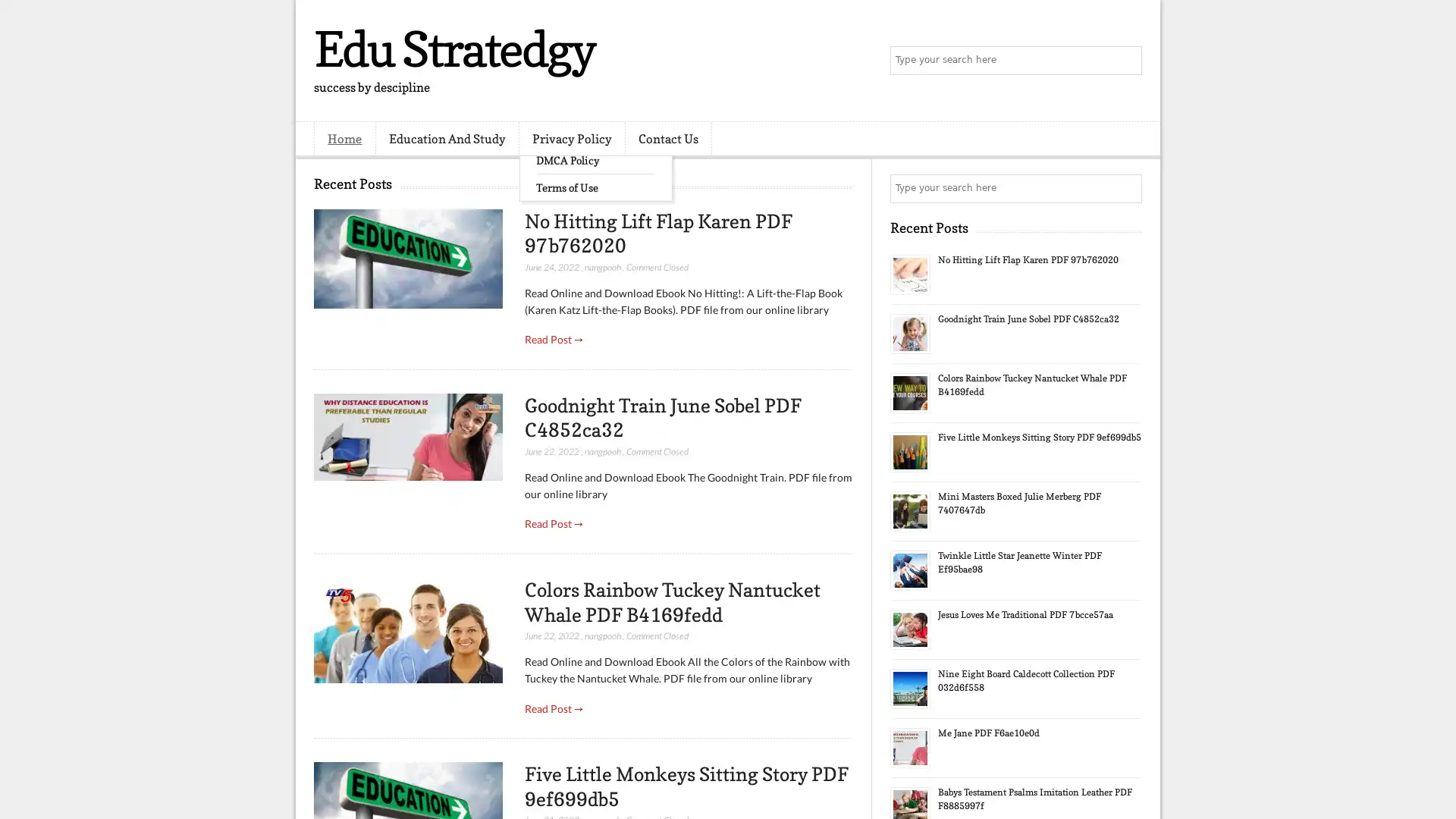  What do you see at coordinates (1126, 61) in the screenshot?
I see `Search` at bounding box center [1126, 61].